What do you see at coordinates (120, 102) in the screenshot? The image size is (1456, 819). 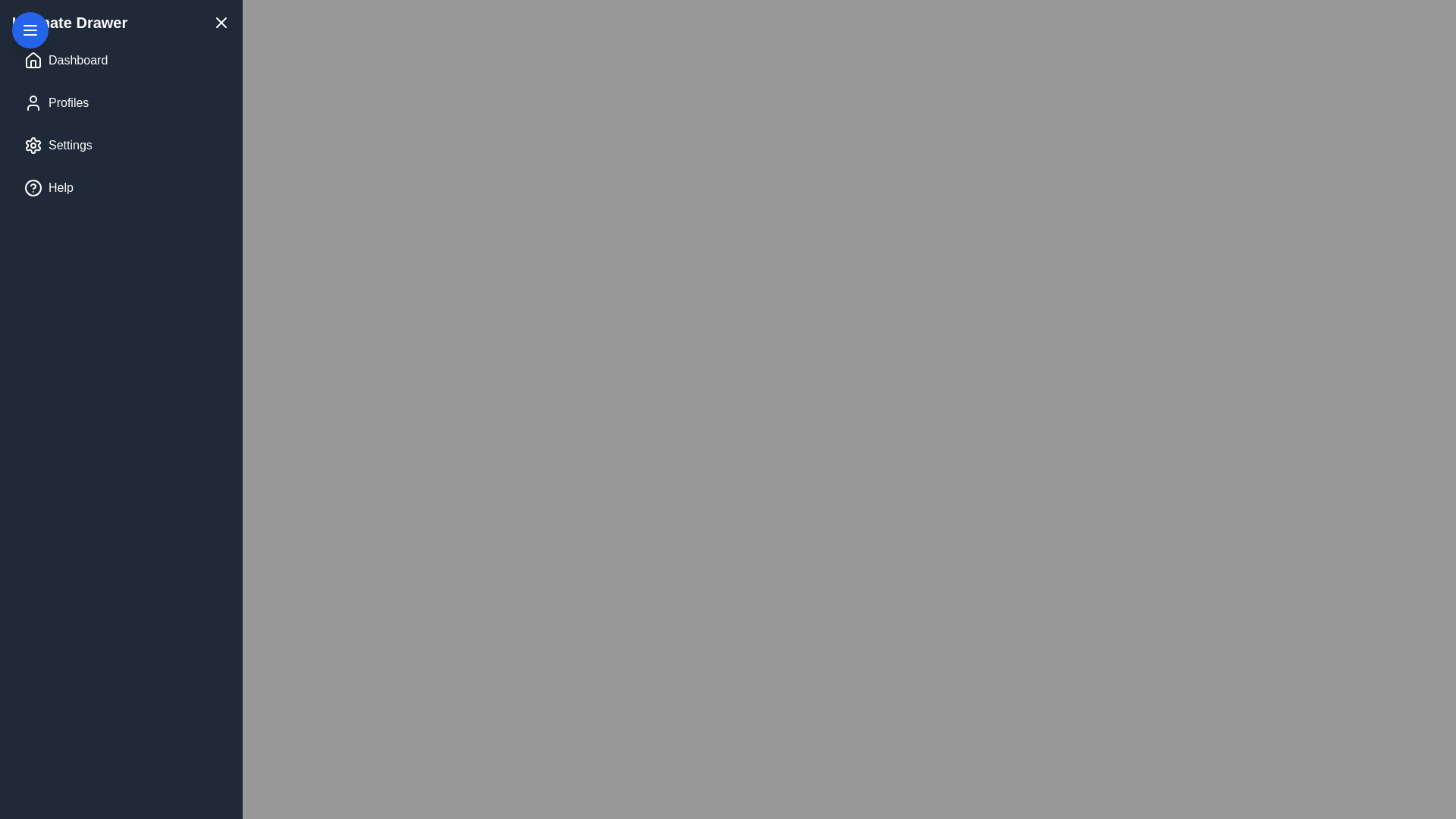 I see `the 'Profiles' Navigation Menu Item located in the vertical sidebar just below the 'Dashboard' item` at bounding box center [120, 102].